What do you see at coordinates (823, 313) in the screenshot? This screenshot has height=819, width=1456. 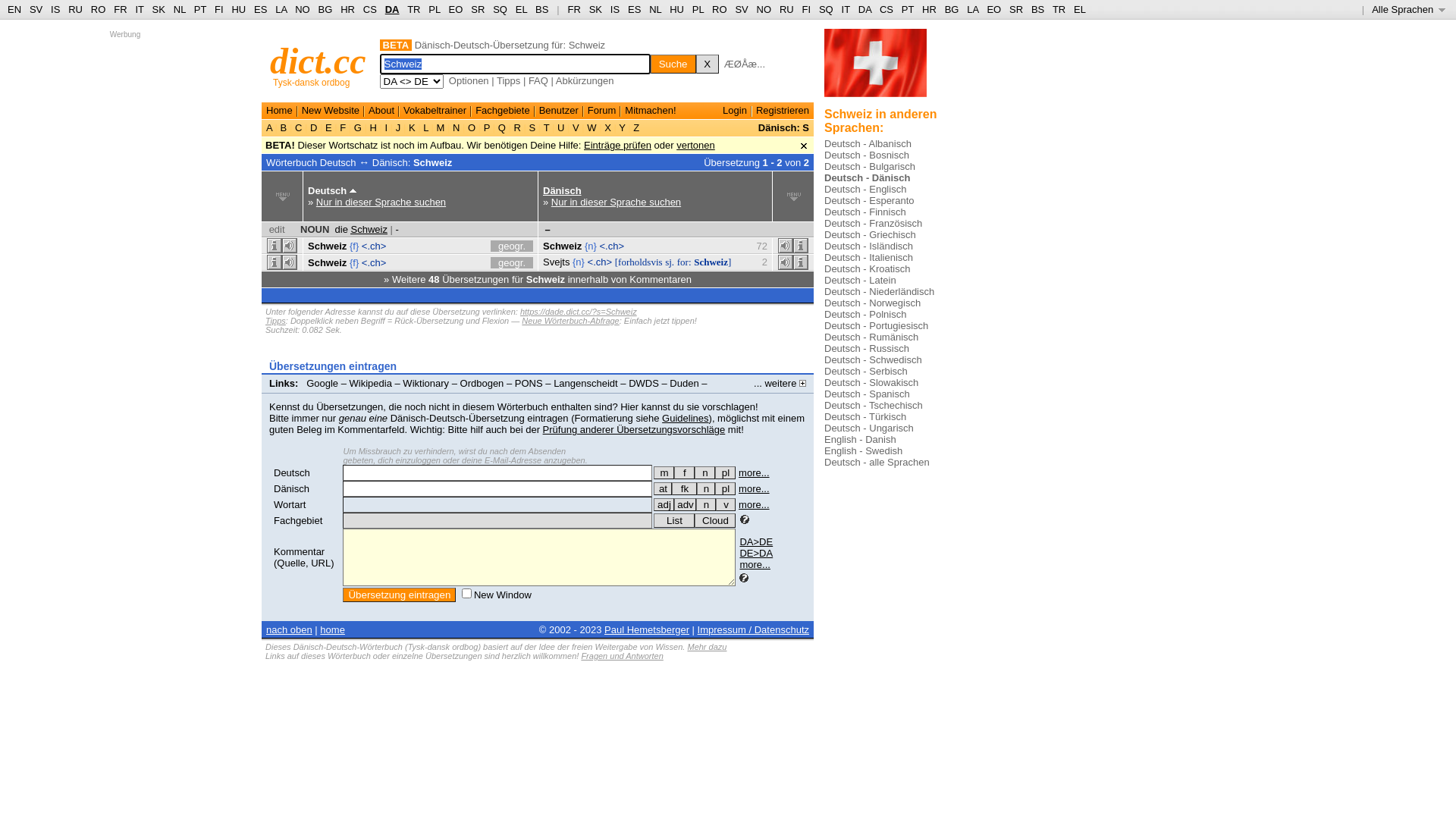 I see `'Deutsch - Polnisch'` at bounding box center [823, 313].